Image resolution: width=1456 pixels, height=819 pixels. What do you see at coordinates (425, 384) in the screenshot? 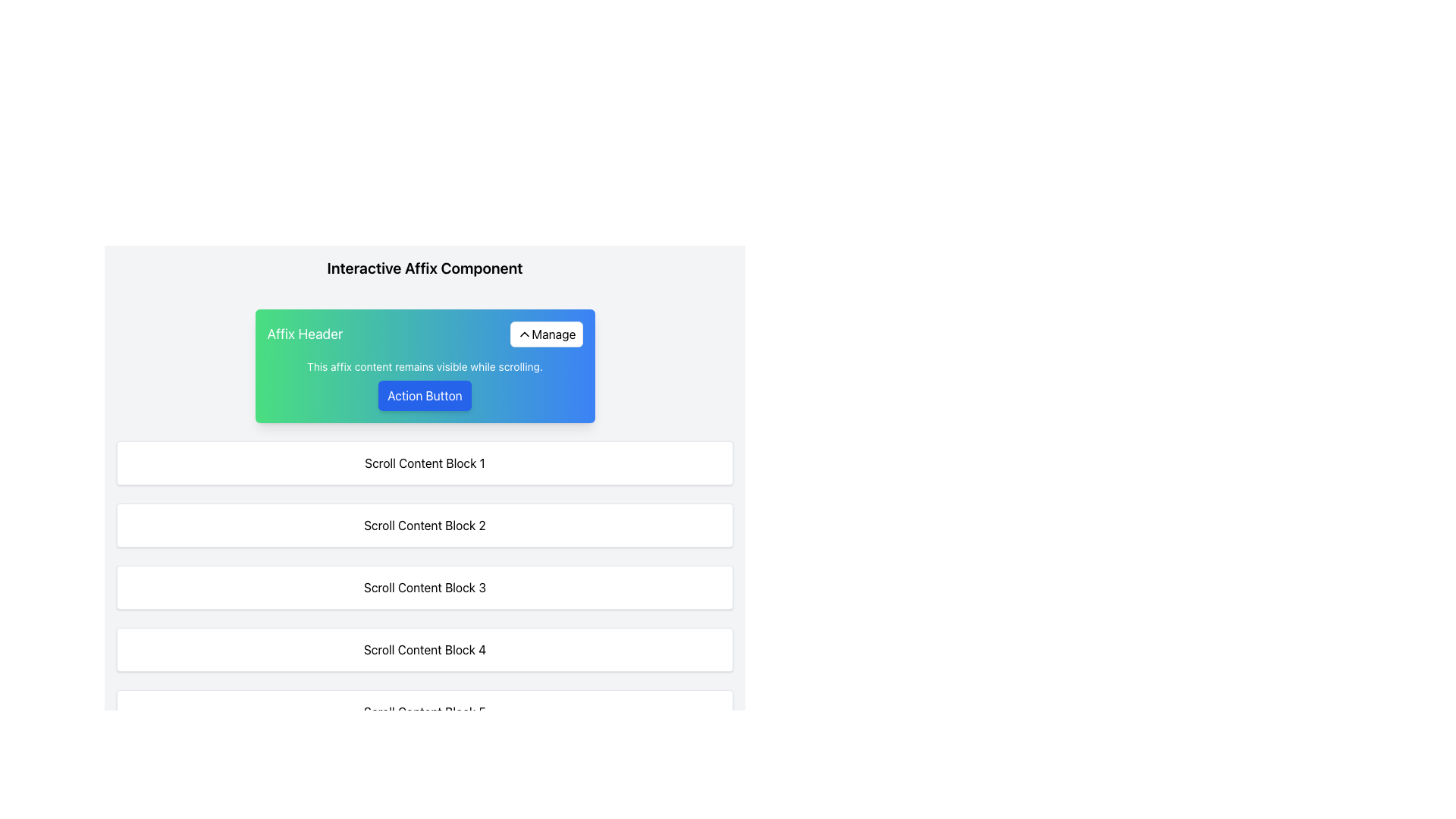
I see `the actionable button located in the sticky gradient-colored header, just below the text 'Affix Header'` at bounding box center [425, 384].